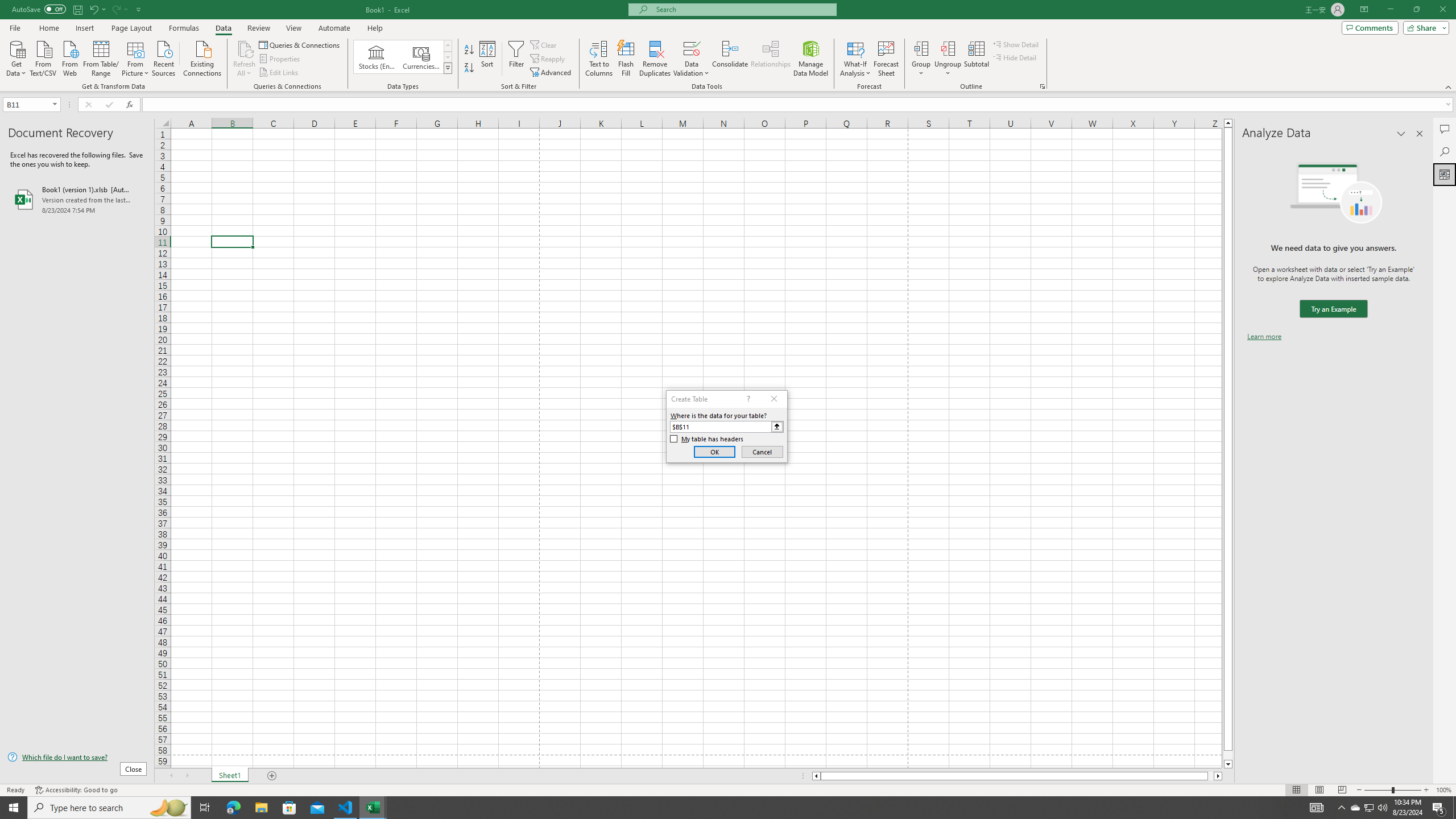 The width and height of the screenshot is (1456, 819). What do you see at coordinates (403, 56) in the screenshot?
I see `'AutomationID: ConvertToLinkedEntity'` at bounding box center [403, 56].